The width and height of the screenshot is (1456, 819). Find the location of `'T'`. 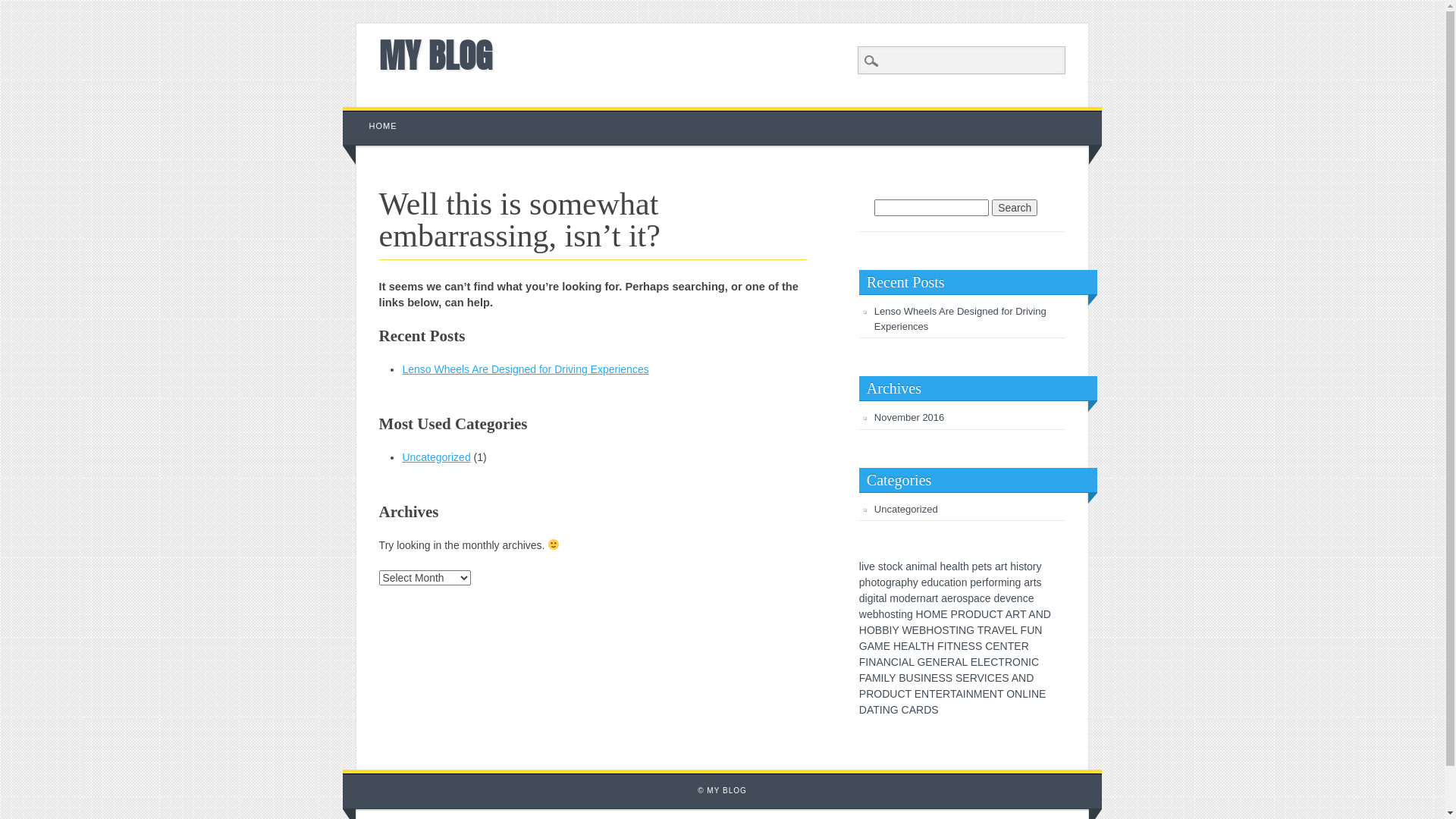

'T' is located at coordinates (999, 614).